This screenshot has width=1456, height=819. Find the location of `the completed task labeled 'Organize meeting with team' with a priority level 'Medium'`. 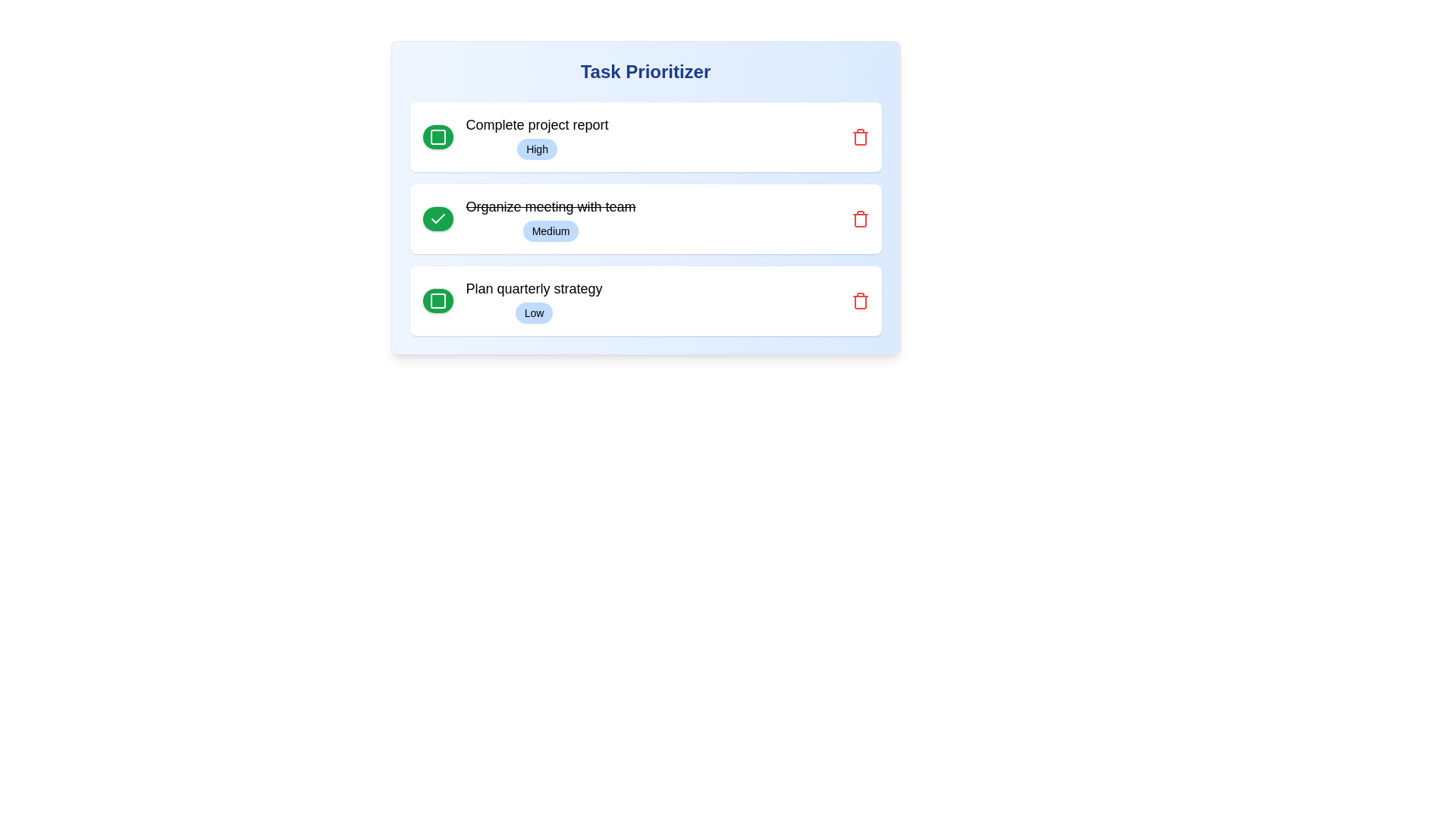

the completed task labeled 'Organize meeting with team' with a priority level 'Medium' is located at coordinates (550, 219).